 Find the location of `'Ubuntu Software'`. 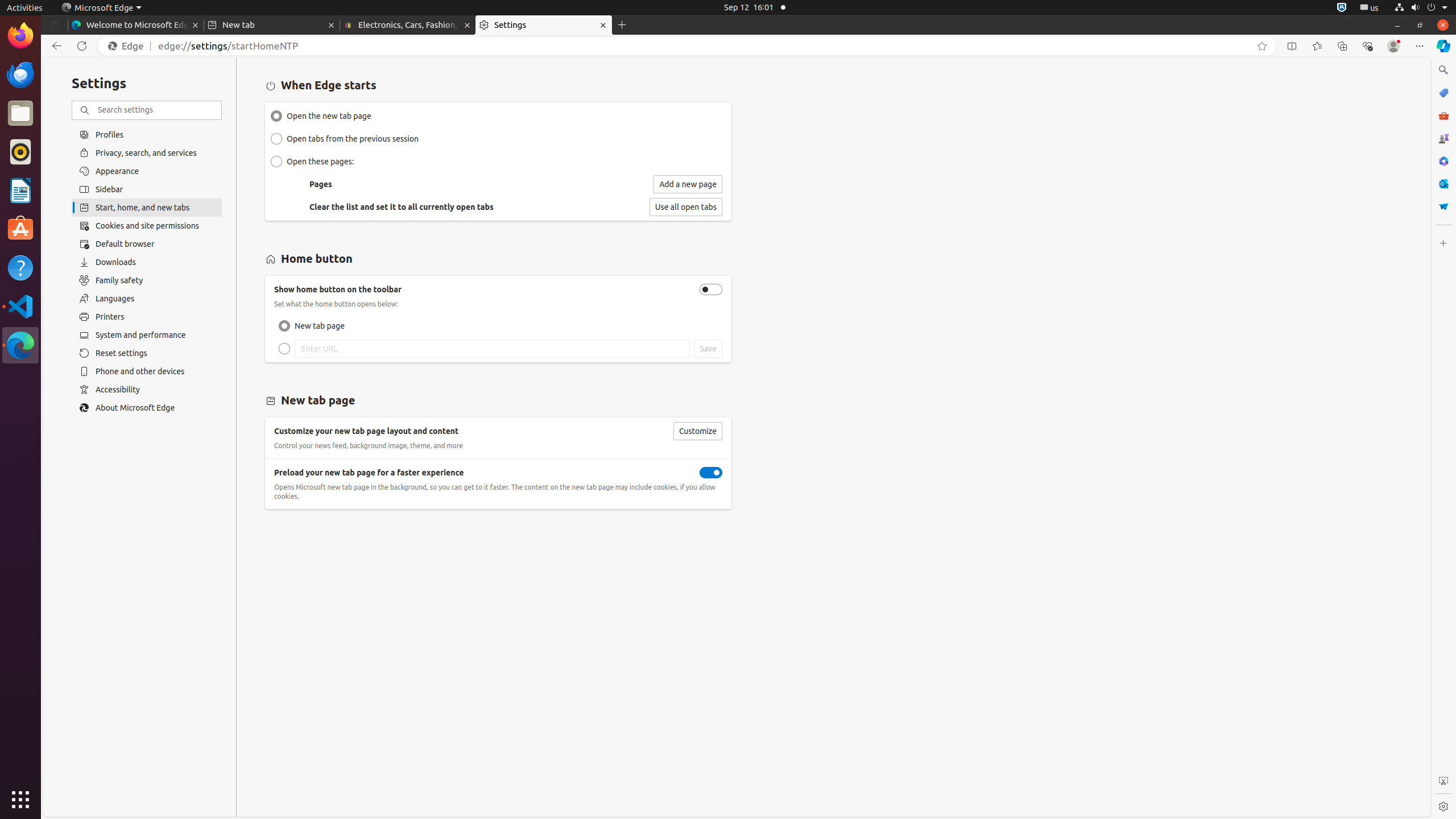

'Ubuntu Software' is located at coordinates (20, 229).